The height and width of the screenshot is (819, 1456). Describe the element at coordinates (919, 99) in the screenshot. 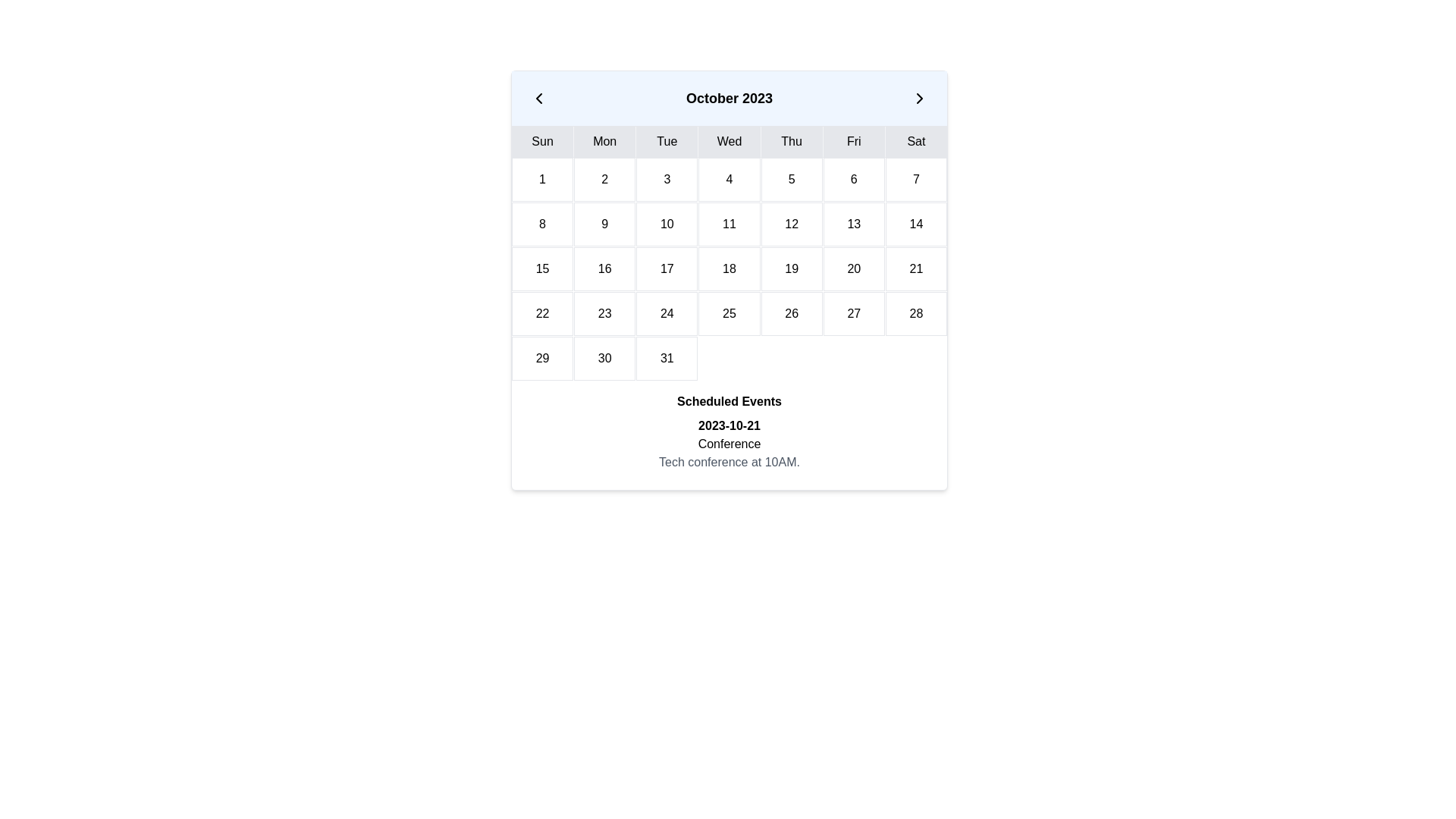

I see `the second circular button on the right side of the calendar's header bar` at that location.